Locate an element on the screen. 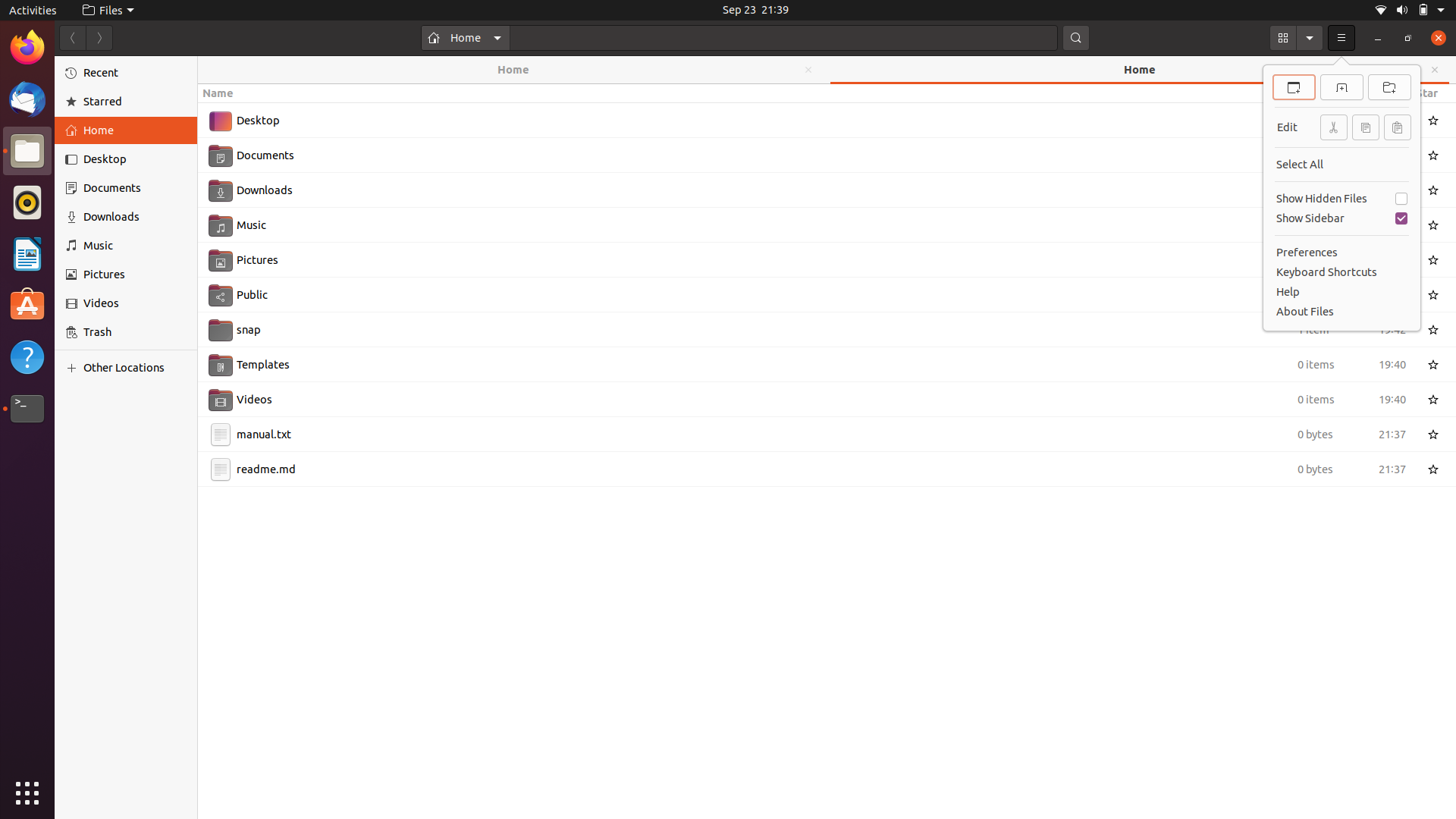  Slice the manual.txt document using keyboard and mouse shortcuts is located at coordinates (810, 433).